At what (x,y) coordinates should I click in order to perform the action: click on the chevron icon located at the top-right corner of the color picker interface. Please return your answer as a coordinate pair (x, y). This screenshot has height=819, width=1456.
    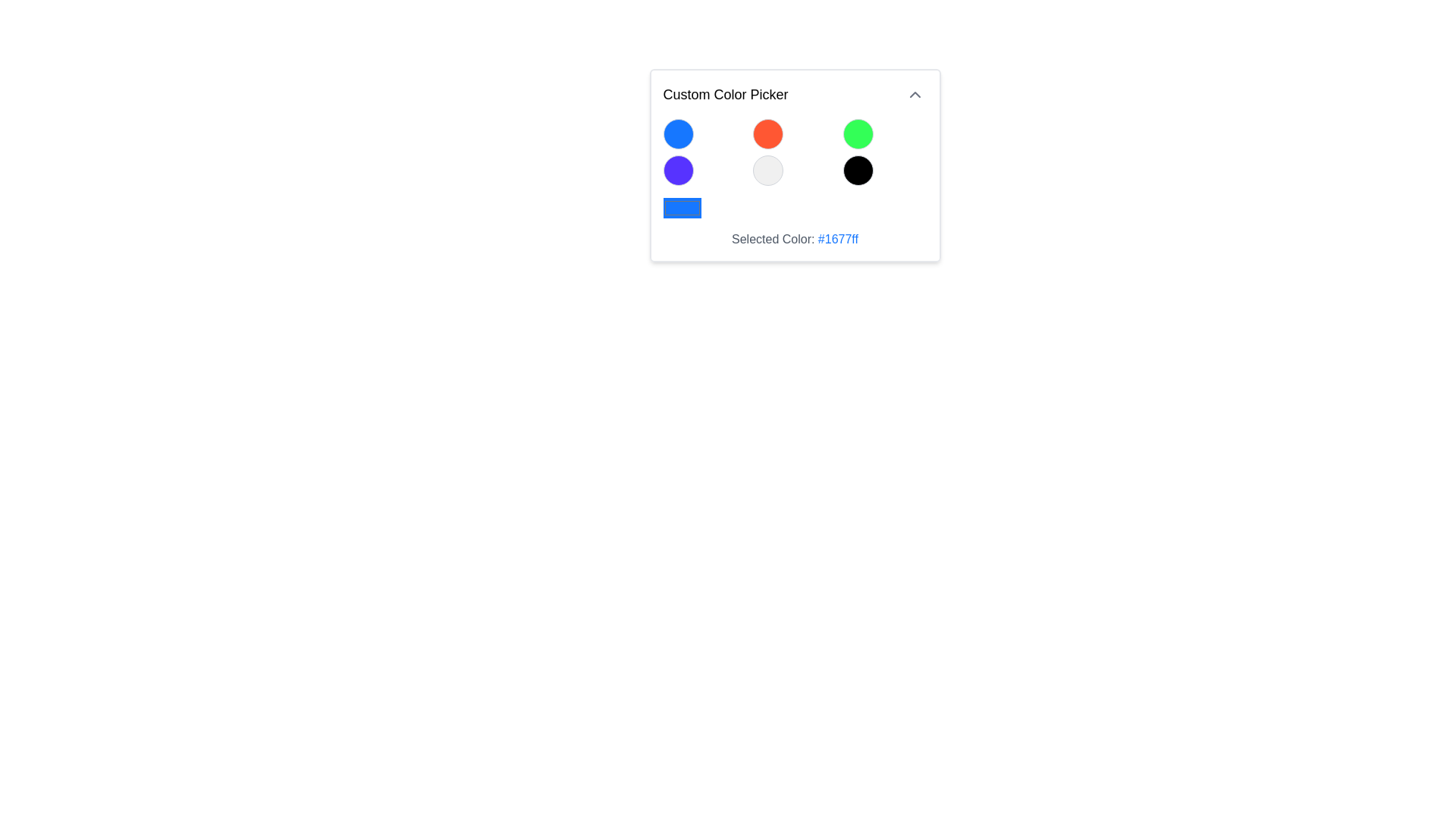
    Looking at the image, I should click on (914, 94).